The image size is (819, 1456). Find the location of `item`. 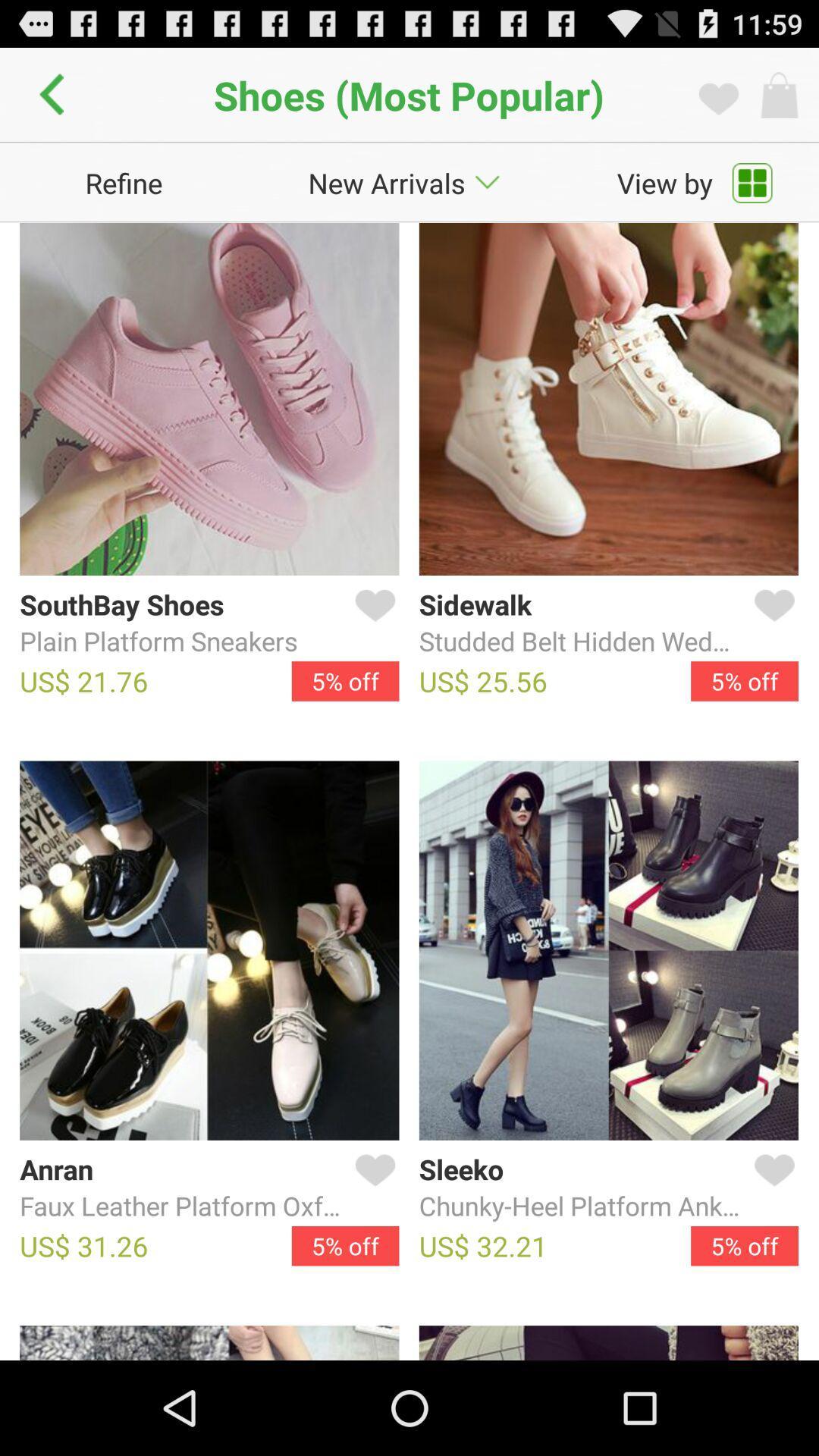

item is located at coordinates (771, 623).